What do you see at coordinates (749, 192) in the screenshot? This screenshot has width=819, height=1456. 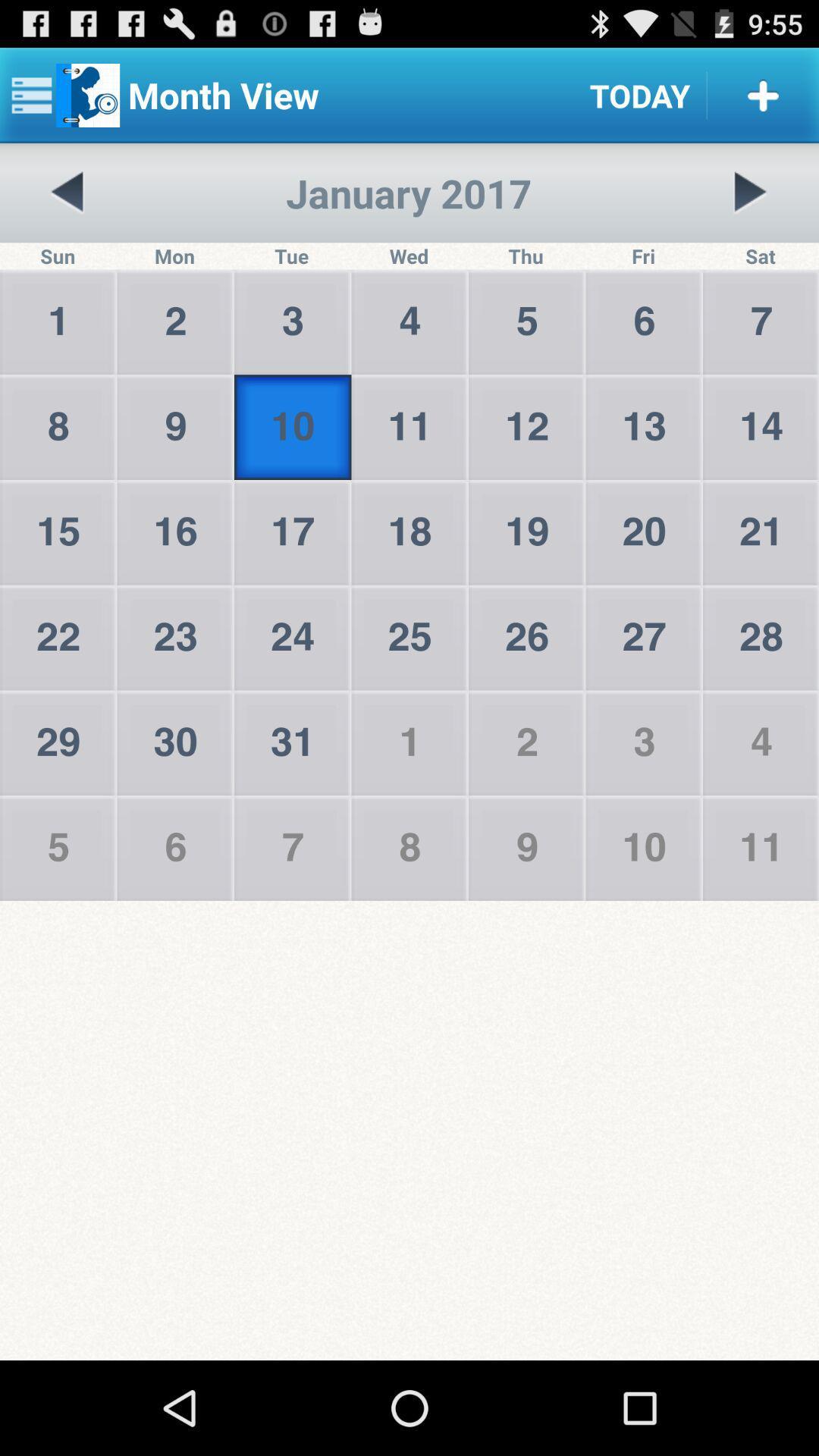 I see `item to the right of the thu item` at bounding box center [749, 192].